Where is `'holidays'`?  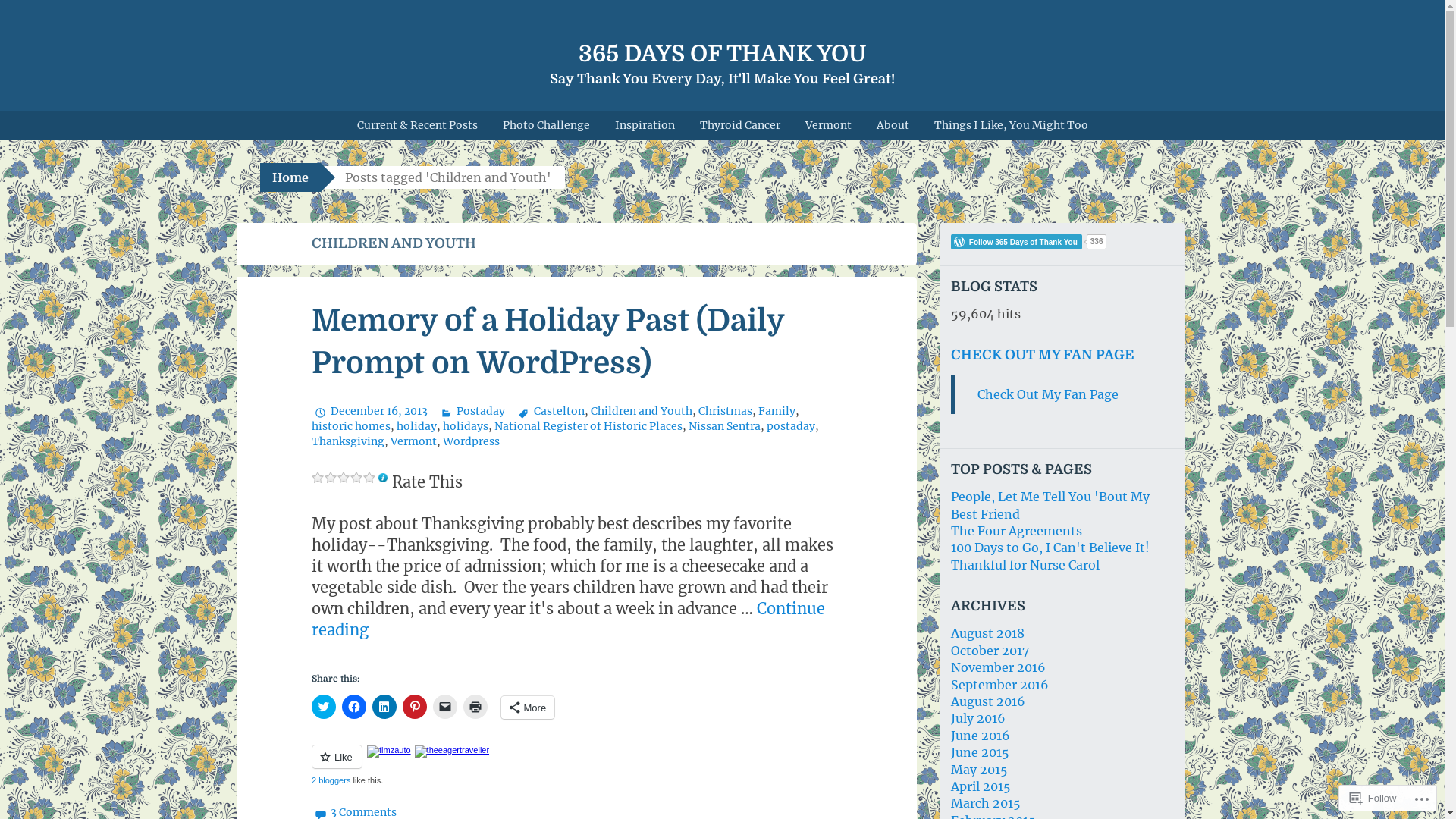 'holidays' is located at coordinates (442, 426).